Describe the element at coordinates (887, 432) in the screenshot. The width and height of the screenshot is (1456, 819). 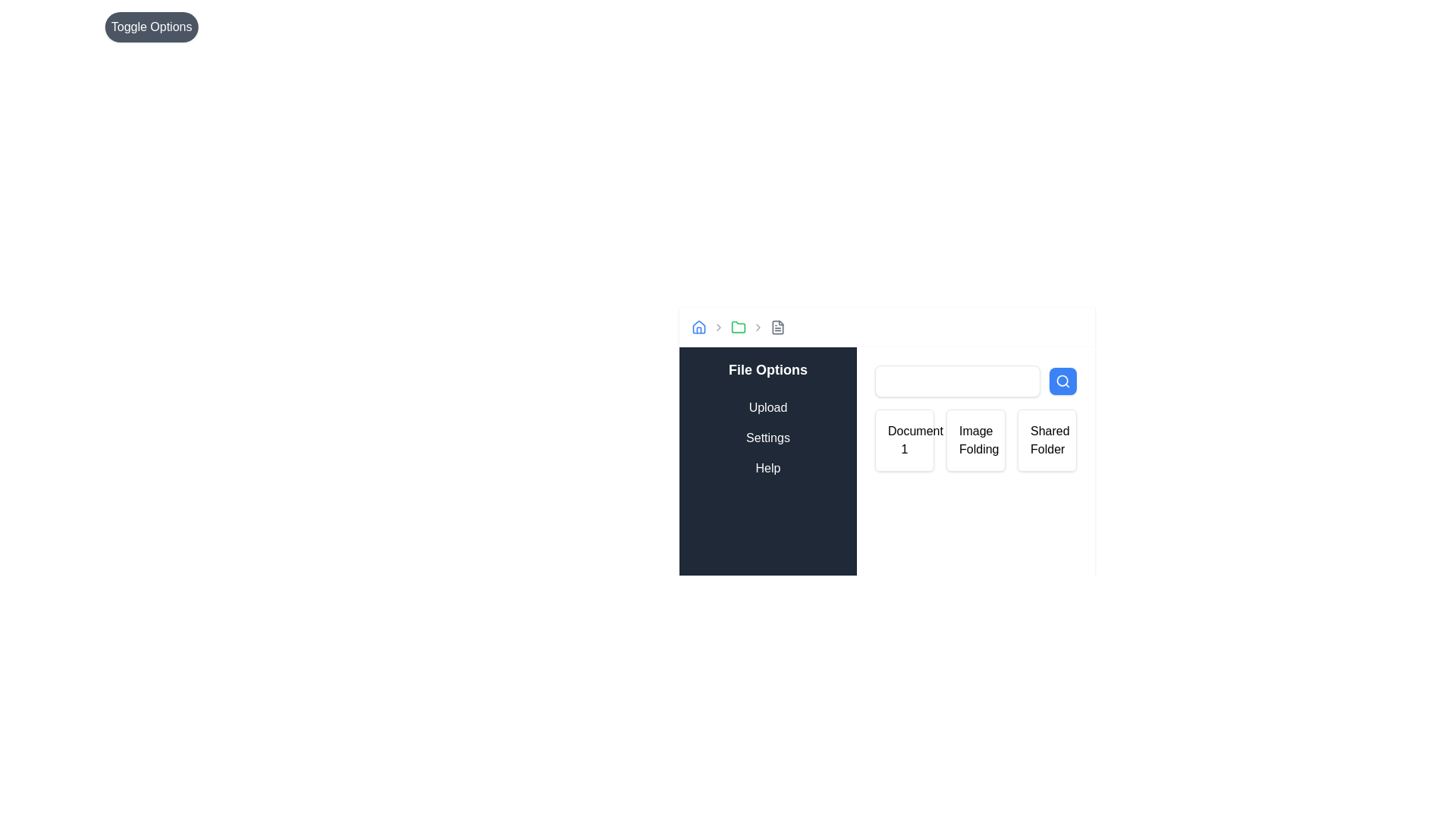
I see `the button labeled 'Document 1'` at that location.